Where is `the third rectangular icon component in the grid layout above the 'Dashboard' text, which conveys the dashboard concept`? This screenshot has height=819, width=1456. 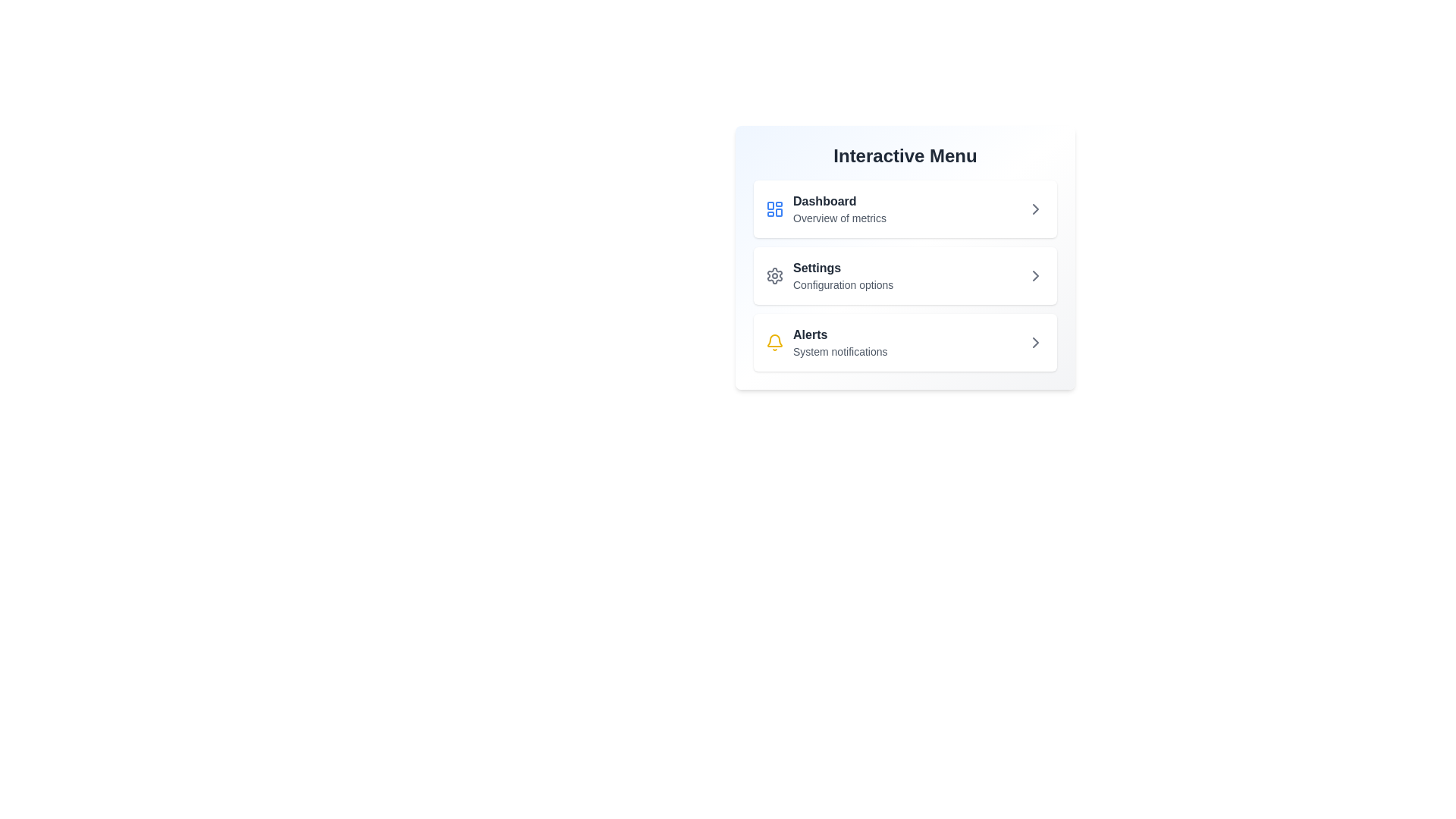 the third rectangular icon component in the grid layout above the 'Dashboard' text, which conveys the dashboard concept is located at coordinates (779, 212).